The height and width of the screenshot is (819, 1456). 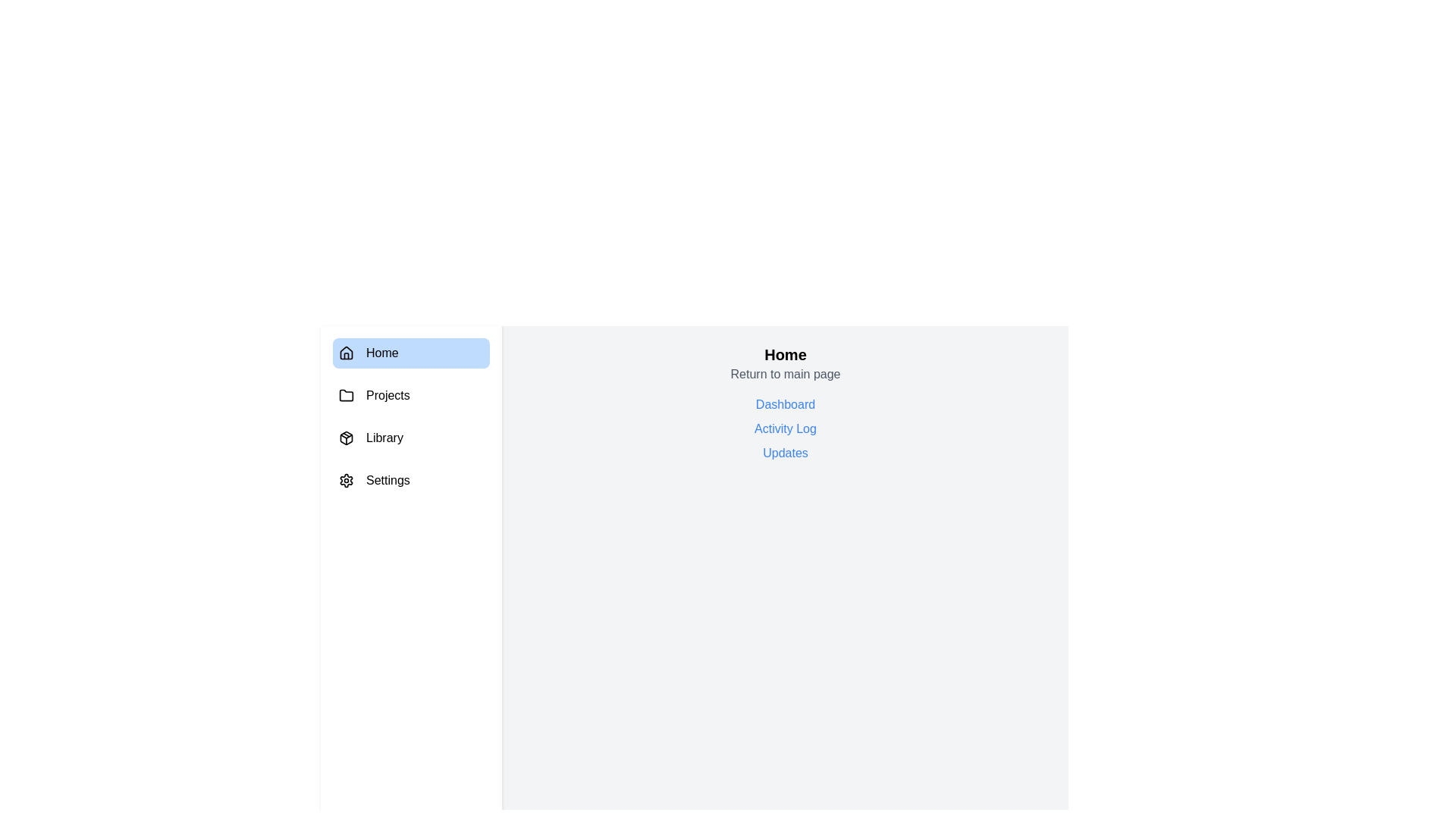 I want to click on the 'Settings' navigation link, which is the fourth item in the vertically stacked menu, so click(x=411, y=480).